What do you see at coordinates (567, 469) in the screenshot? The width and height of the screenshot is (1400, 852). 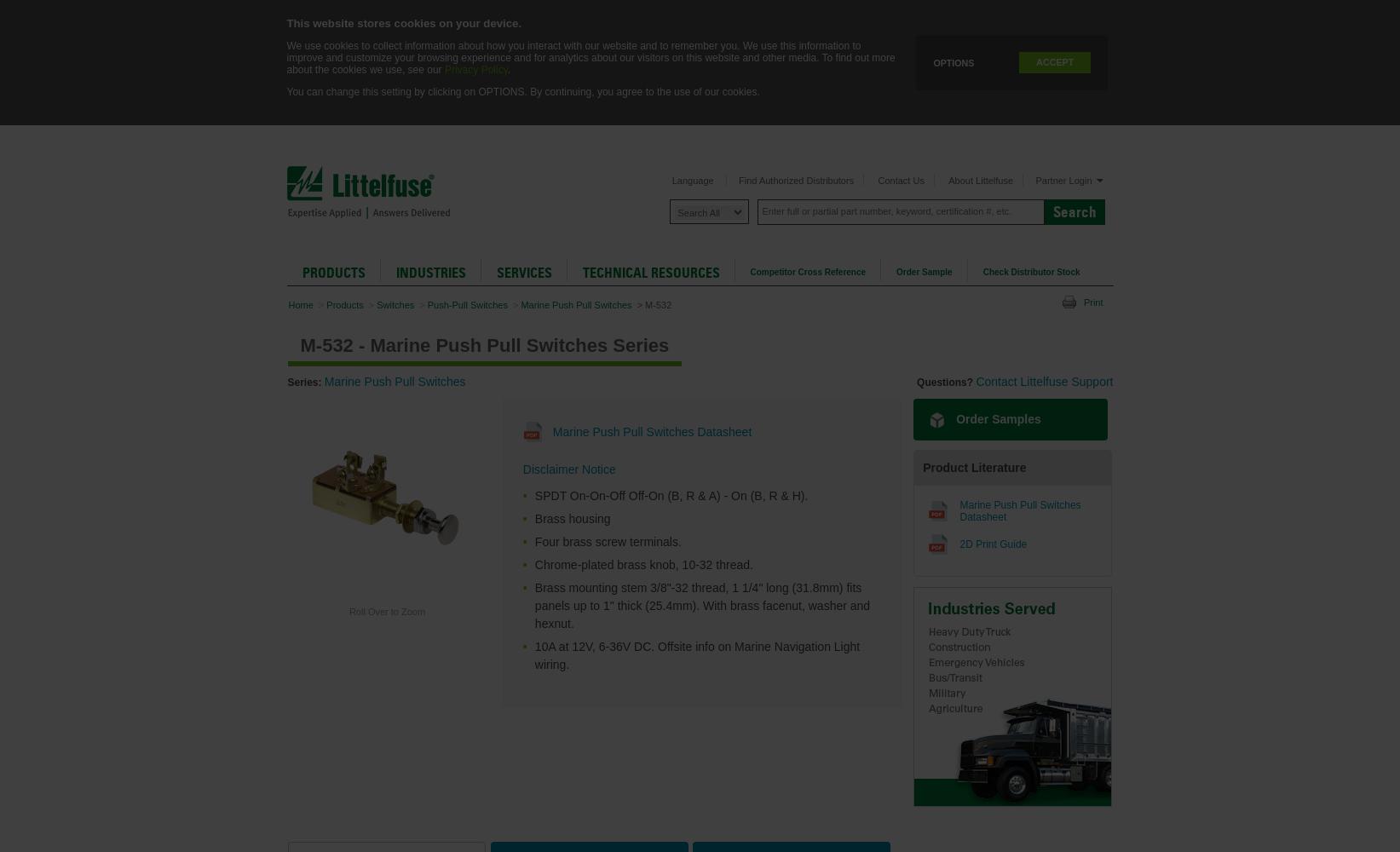 I see `'Disclaimer Notice'` at bounding box center [567, 469].